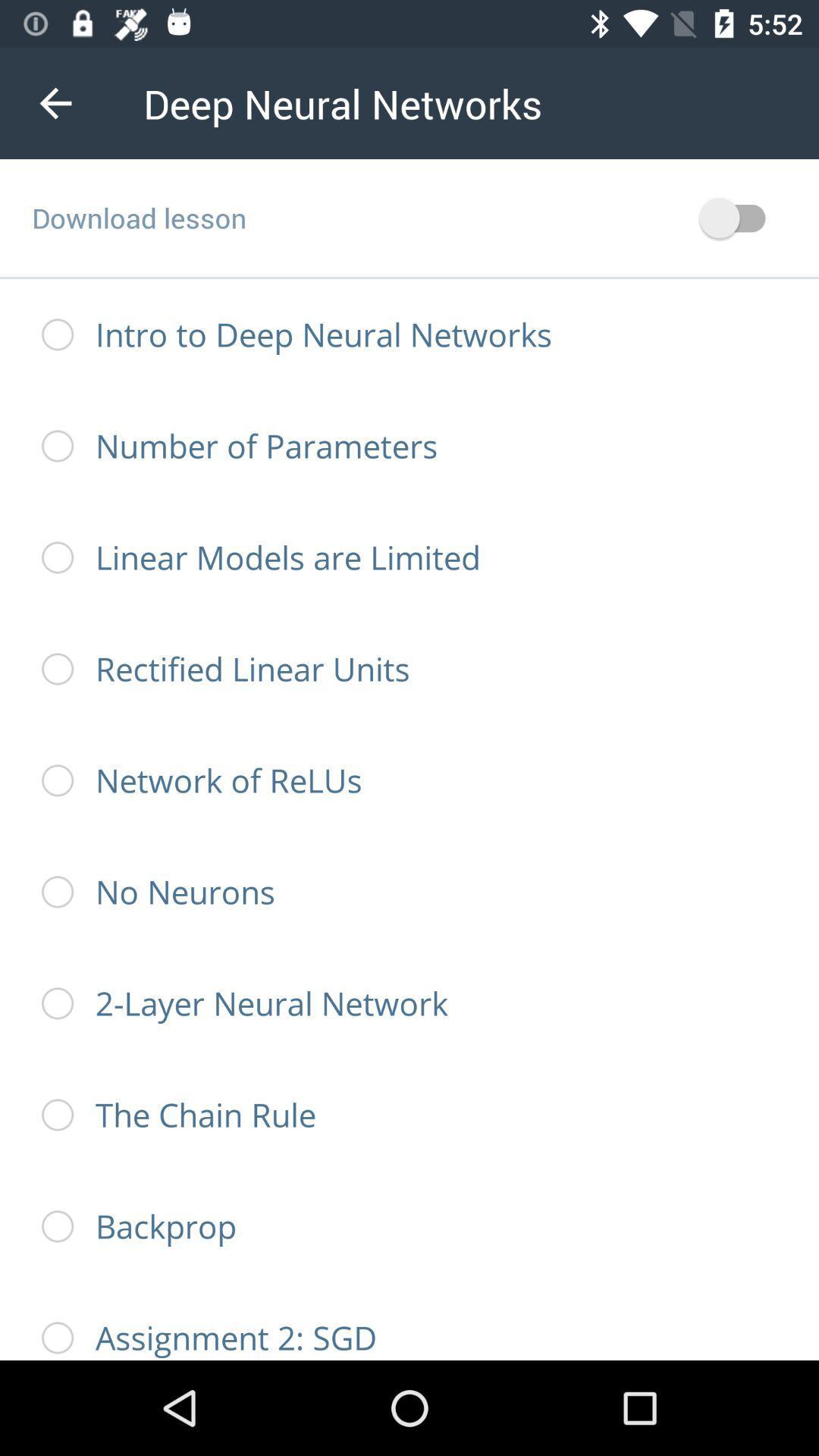 The image size is (819, 1456). What do you see at coordinates (739, 217) in the screenshot?
I see `download button` at bounding box center [739, 217].